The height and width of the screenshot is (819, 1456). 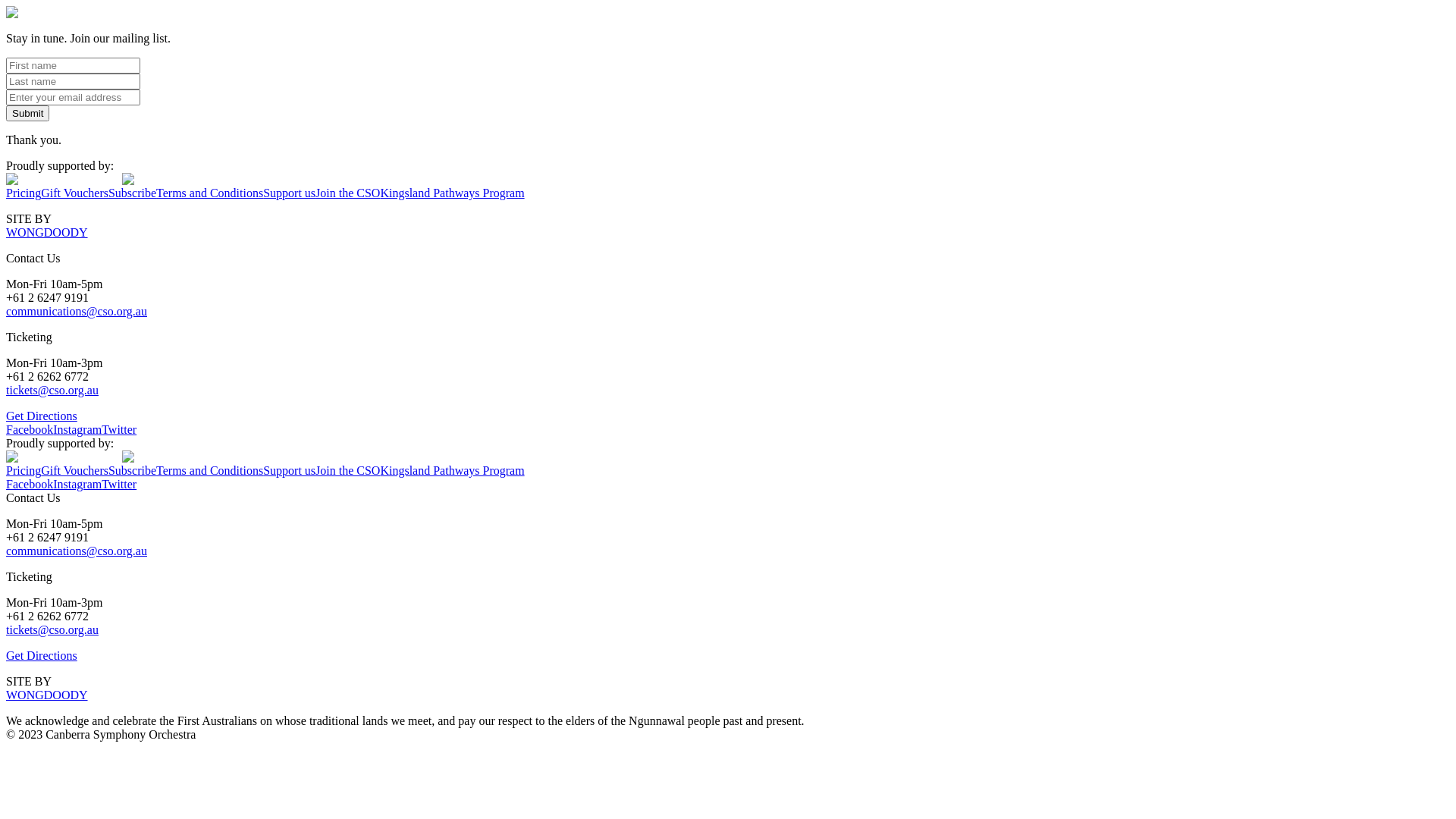 What do you see at coordinates (29, 429) in the screenshot?
I see `'Facebook'` at bounding box center [29, 429].